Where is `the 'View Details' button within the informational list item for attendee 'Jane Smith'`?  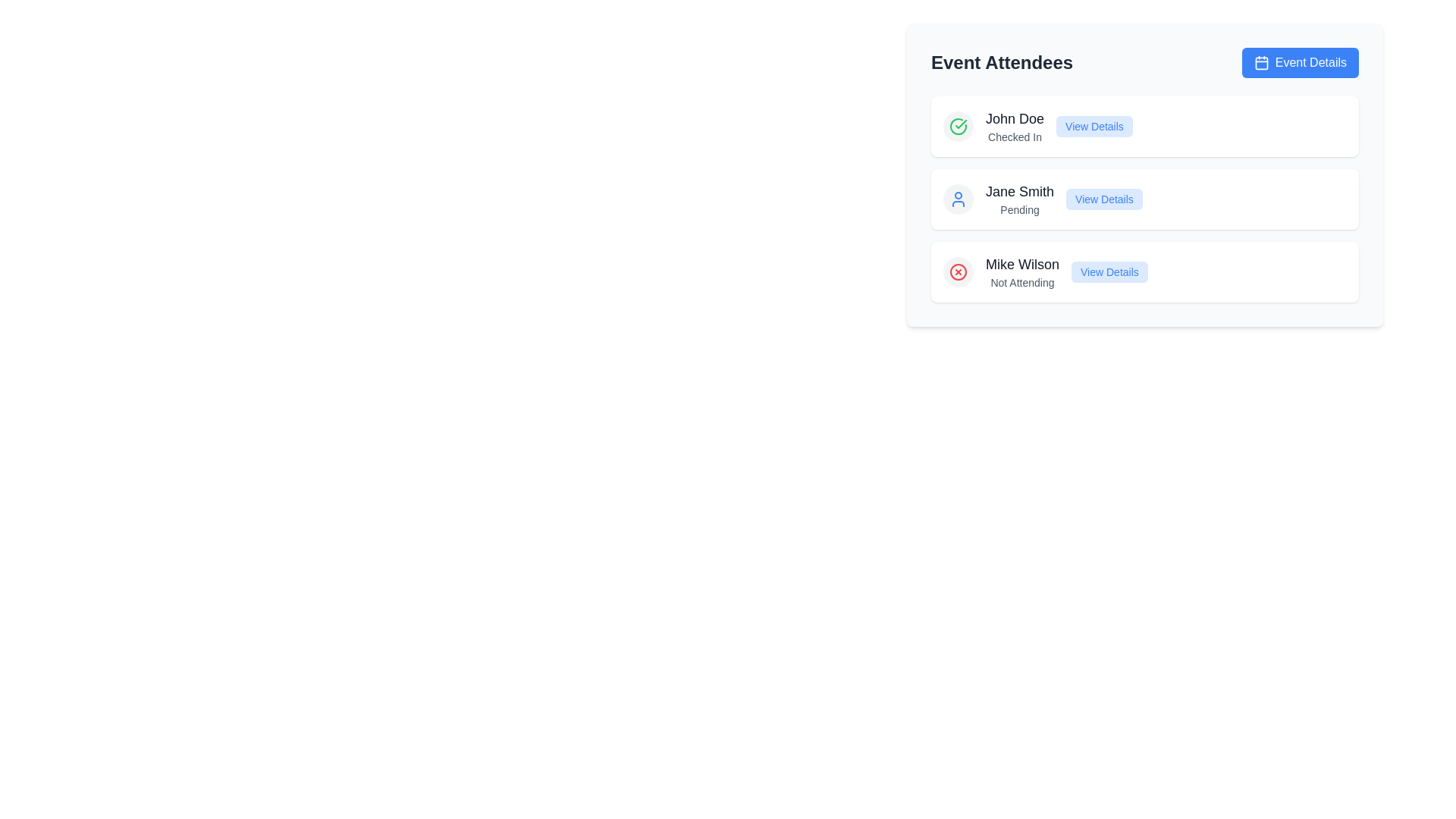 the 'View Details' button within the informational list item for attendee 'Jane Smith' is located at coordinates (1145, 178).